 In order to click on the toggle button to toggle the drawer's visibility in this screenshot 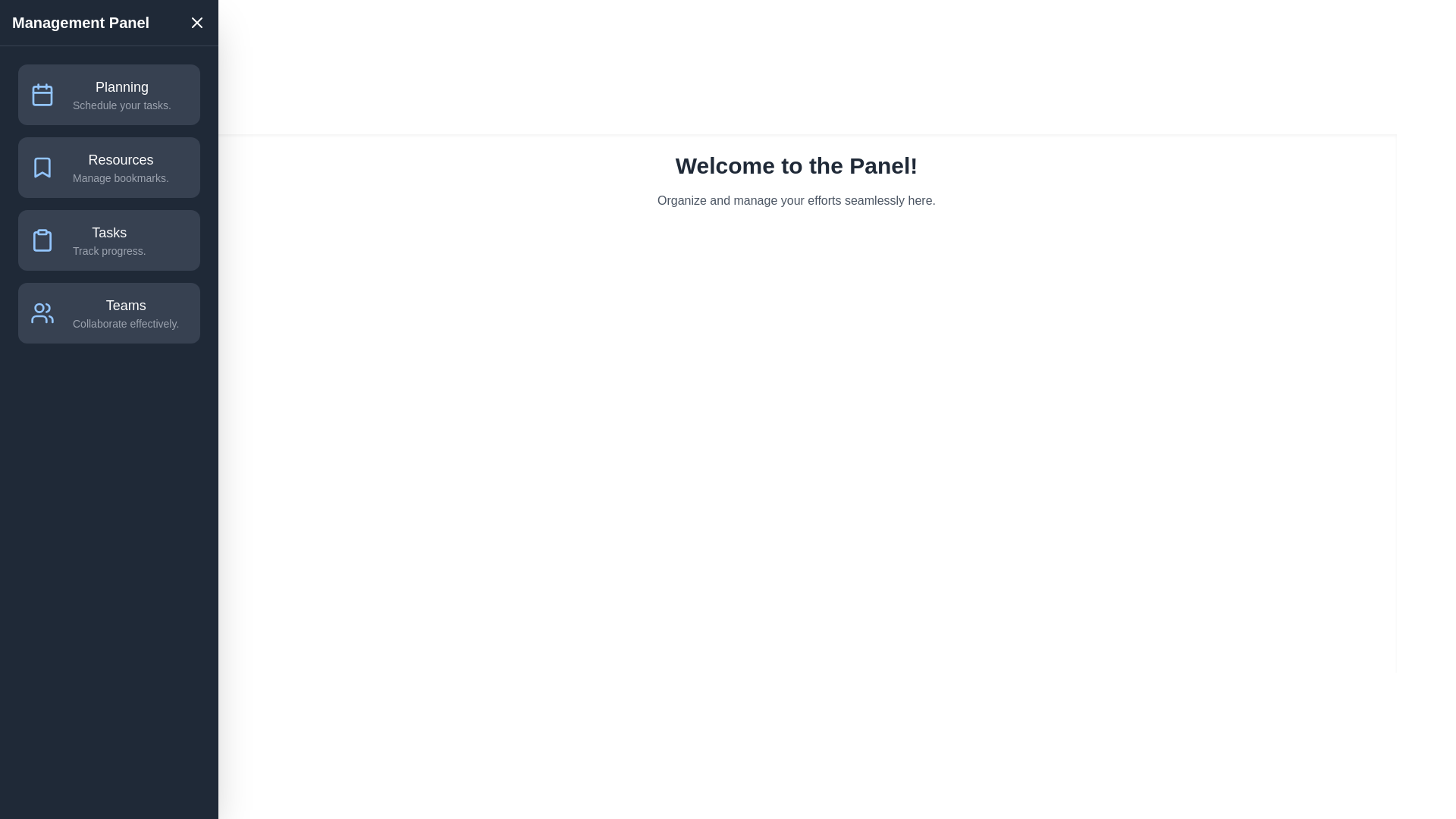, I will do `click(163, 543)`.